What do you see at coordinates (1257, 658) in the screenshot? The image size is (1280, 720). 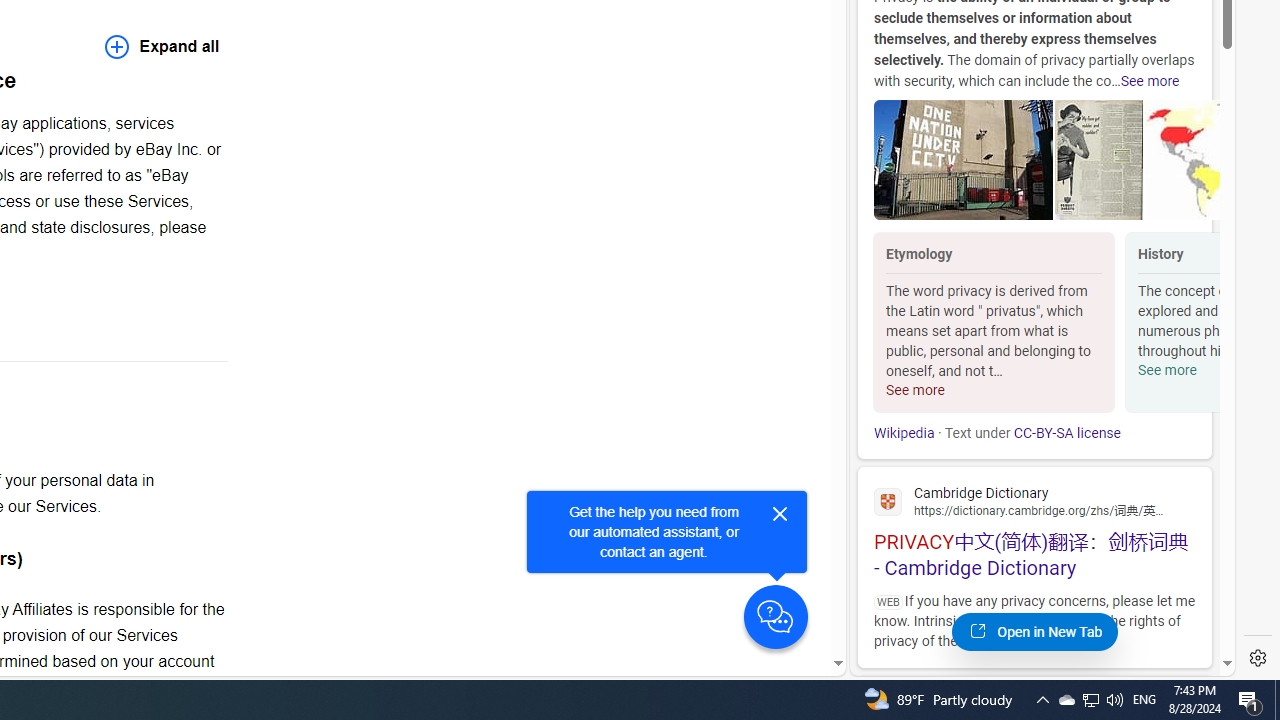 I see `'Settings'` at bounding box center [1257, 658].